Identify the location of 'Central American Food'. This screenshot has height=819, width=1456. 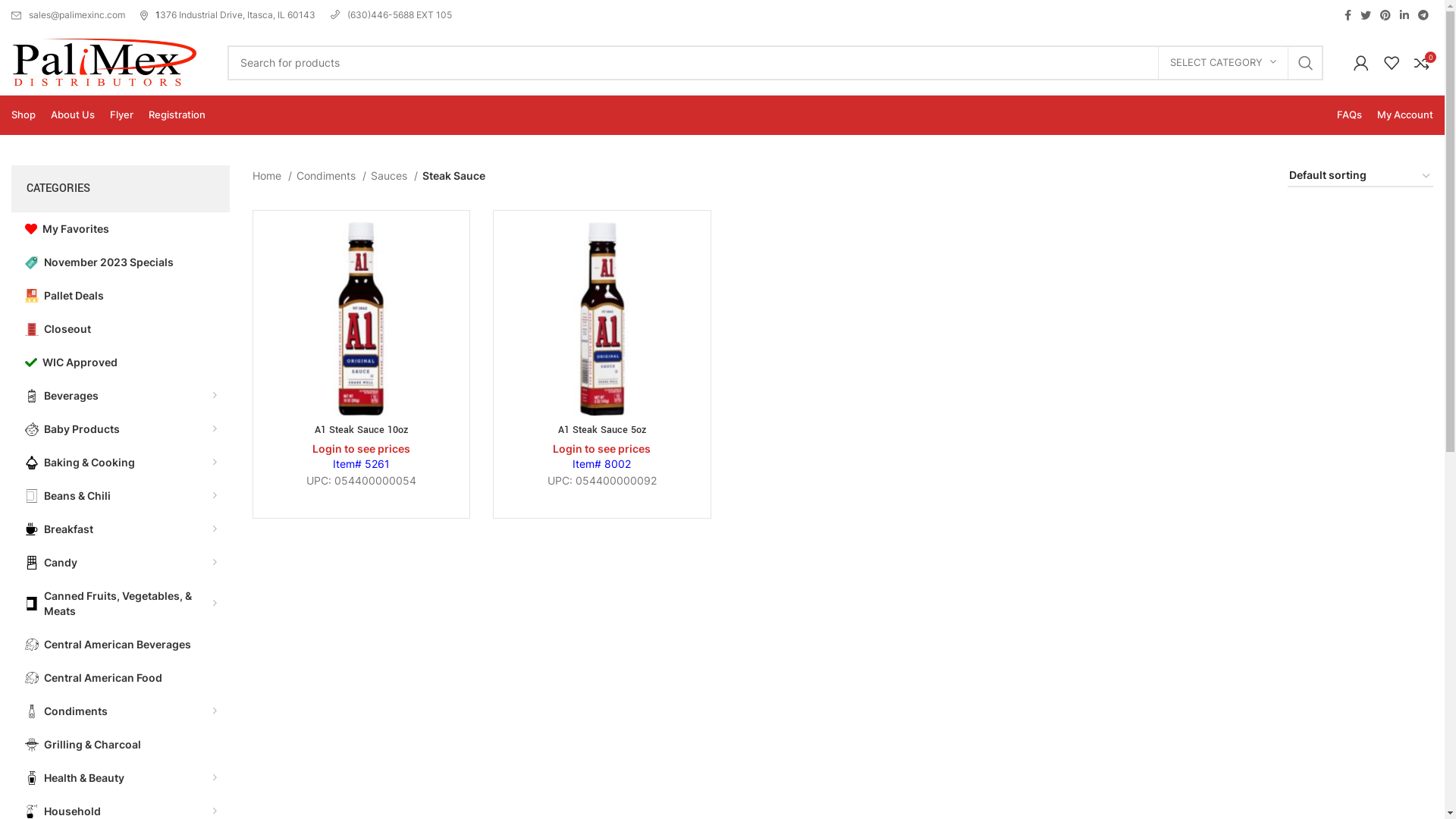
(119, 677).